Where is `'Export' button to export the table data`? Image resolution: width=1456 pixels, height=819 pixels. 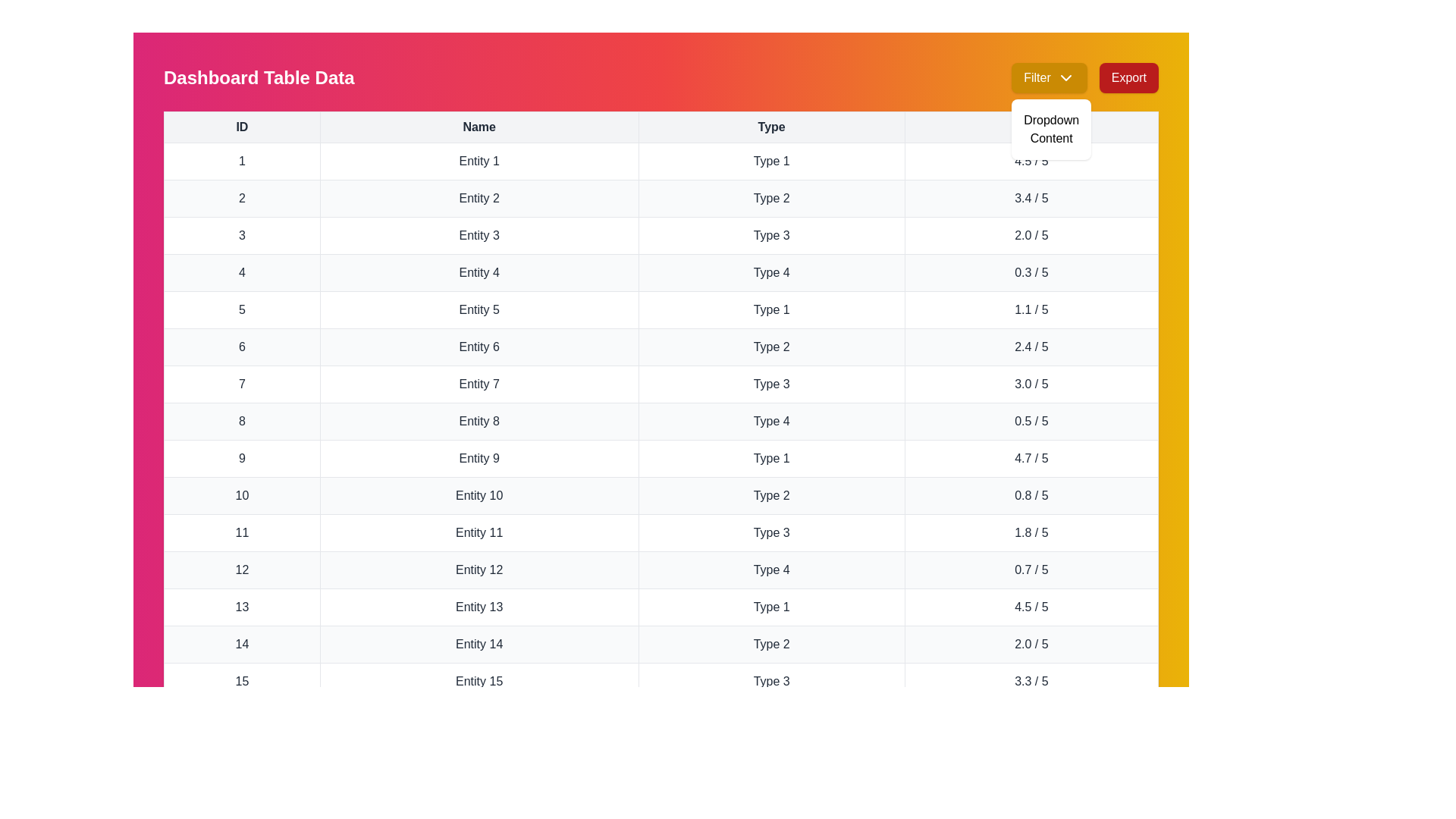
'Export' button to export the table data is located at coordinates (1128, 78).